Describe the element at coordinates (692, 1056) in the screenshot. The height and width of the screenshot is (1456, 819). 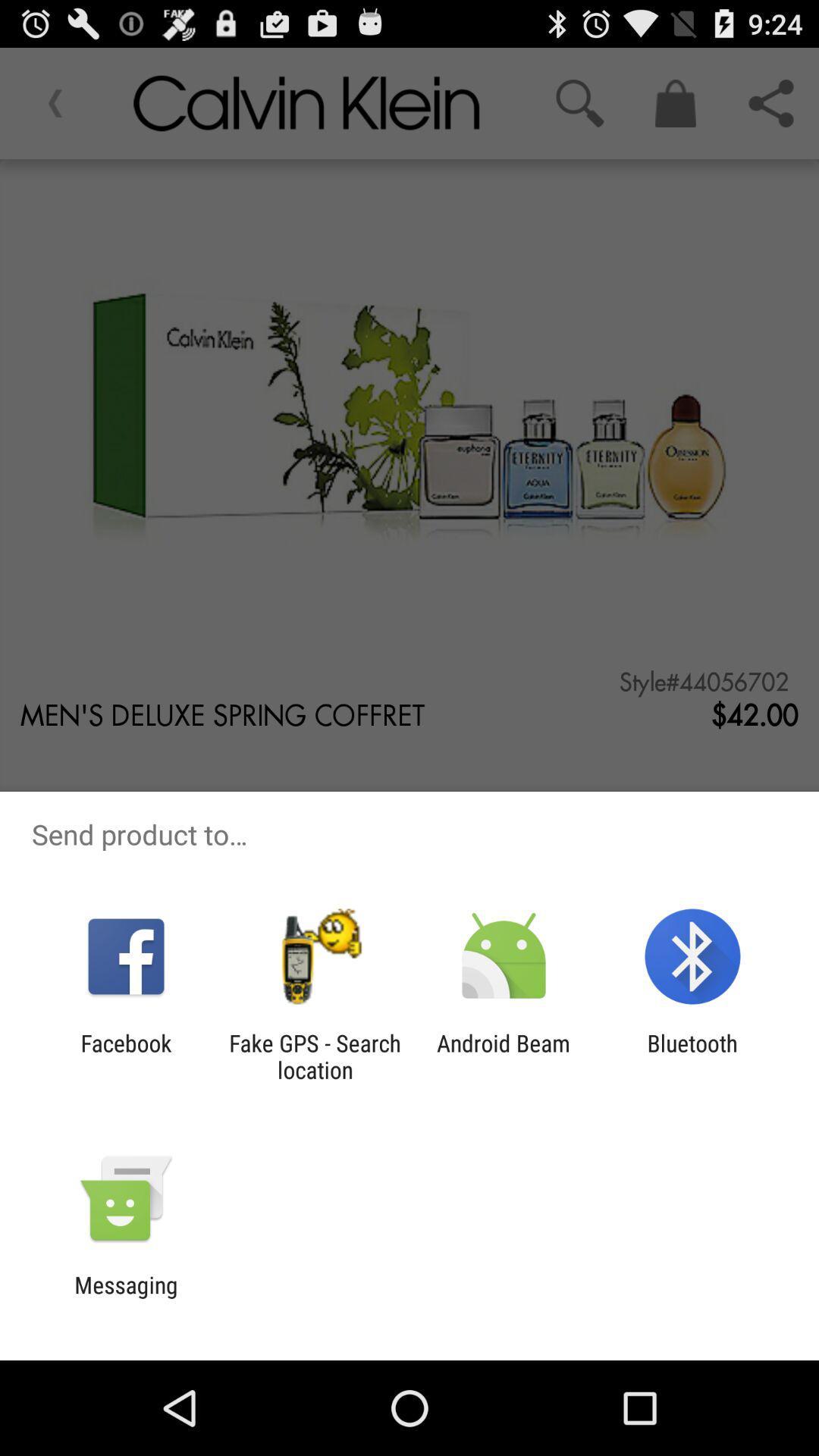
I see `the bluetooth item` at that location.